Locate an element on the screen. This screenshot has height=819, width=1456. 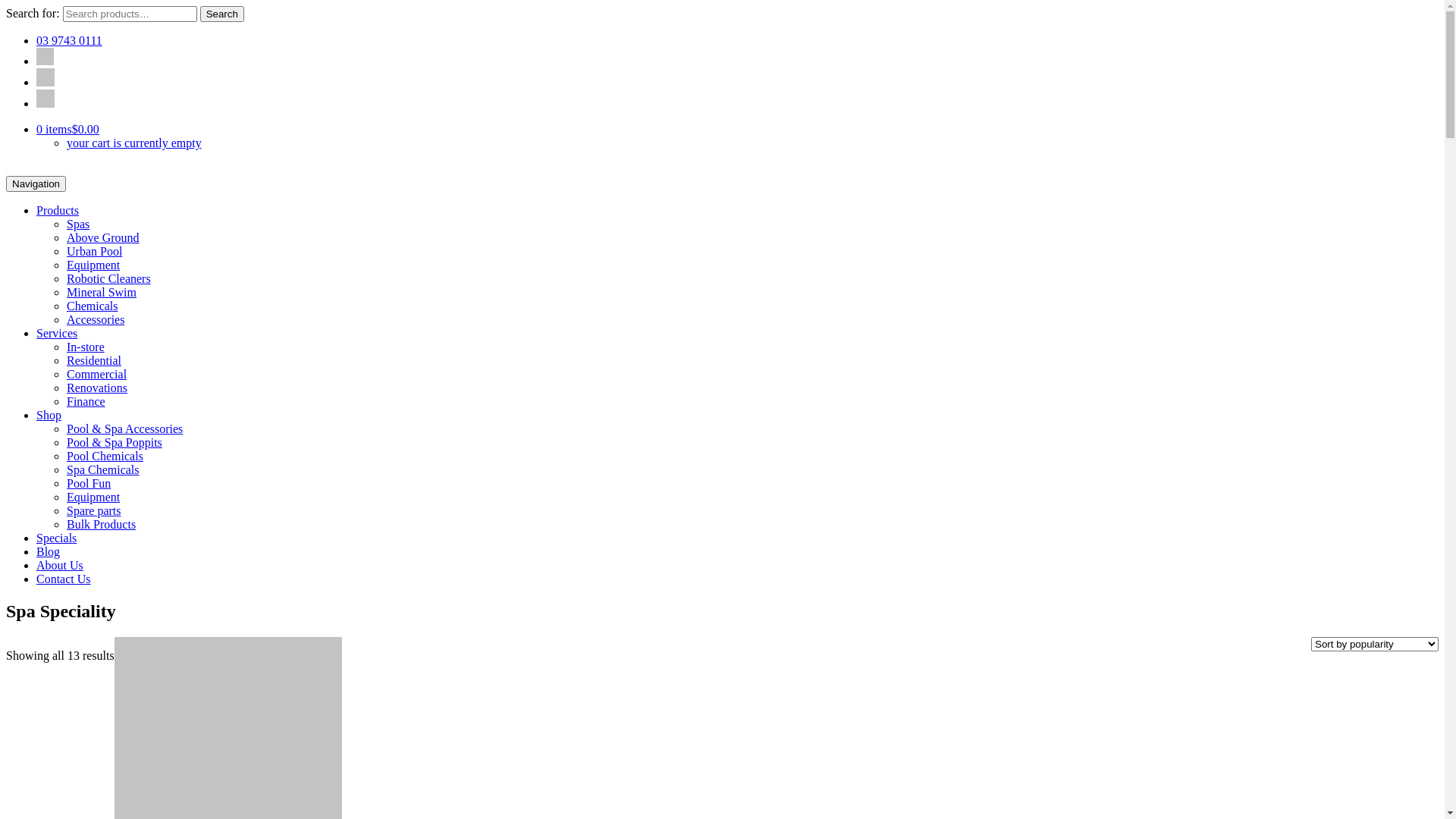
'Pool Fun' is located at coordinates (87, 483).